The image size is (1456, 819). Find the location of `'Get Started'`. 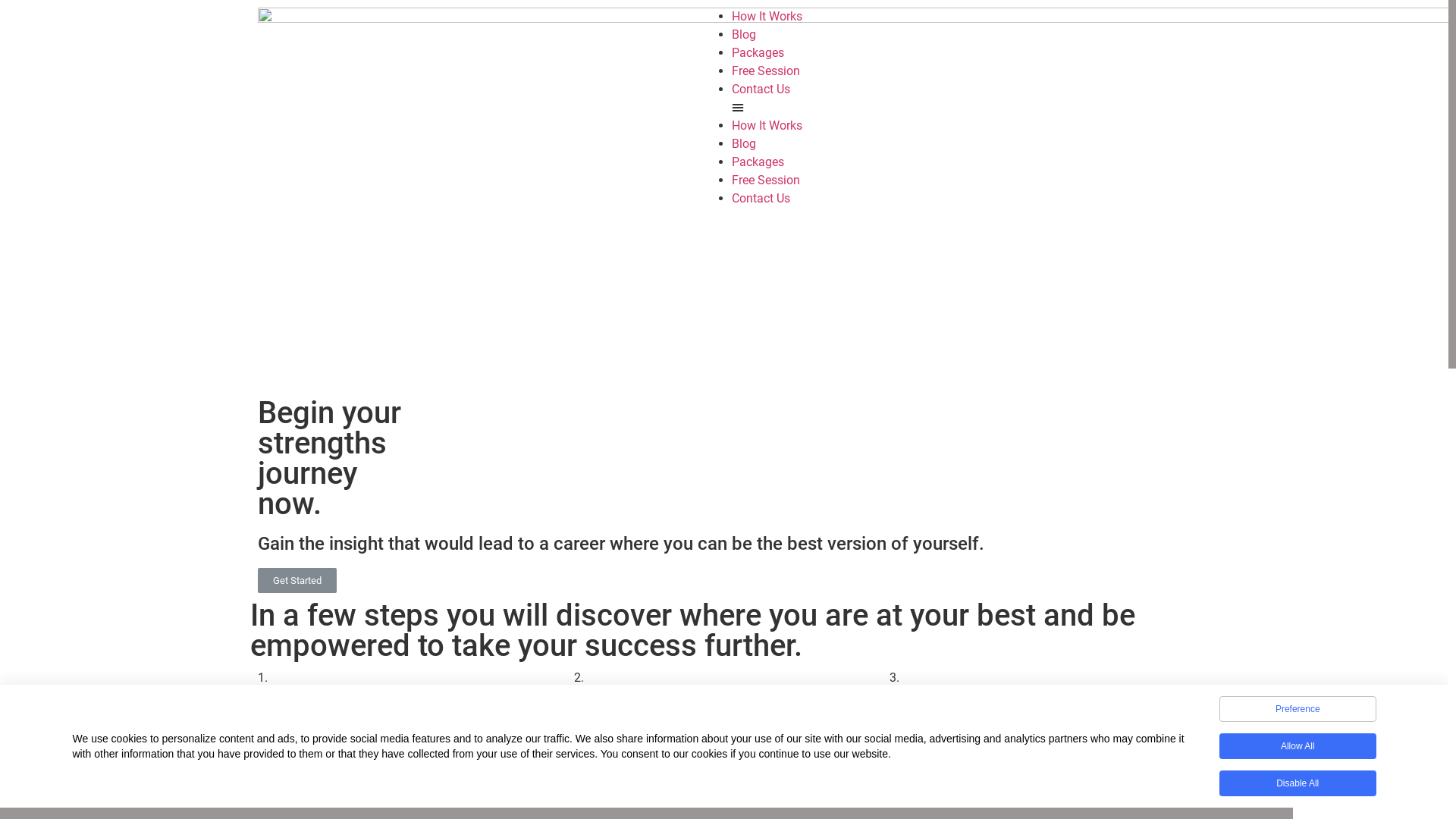

'Get Started' is located at coordinates (297, 580).